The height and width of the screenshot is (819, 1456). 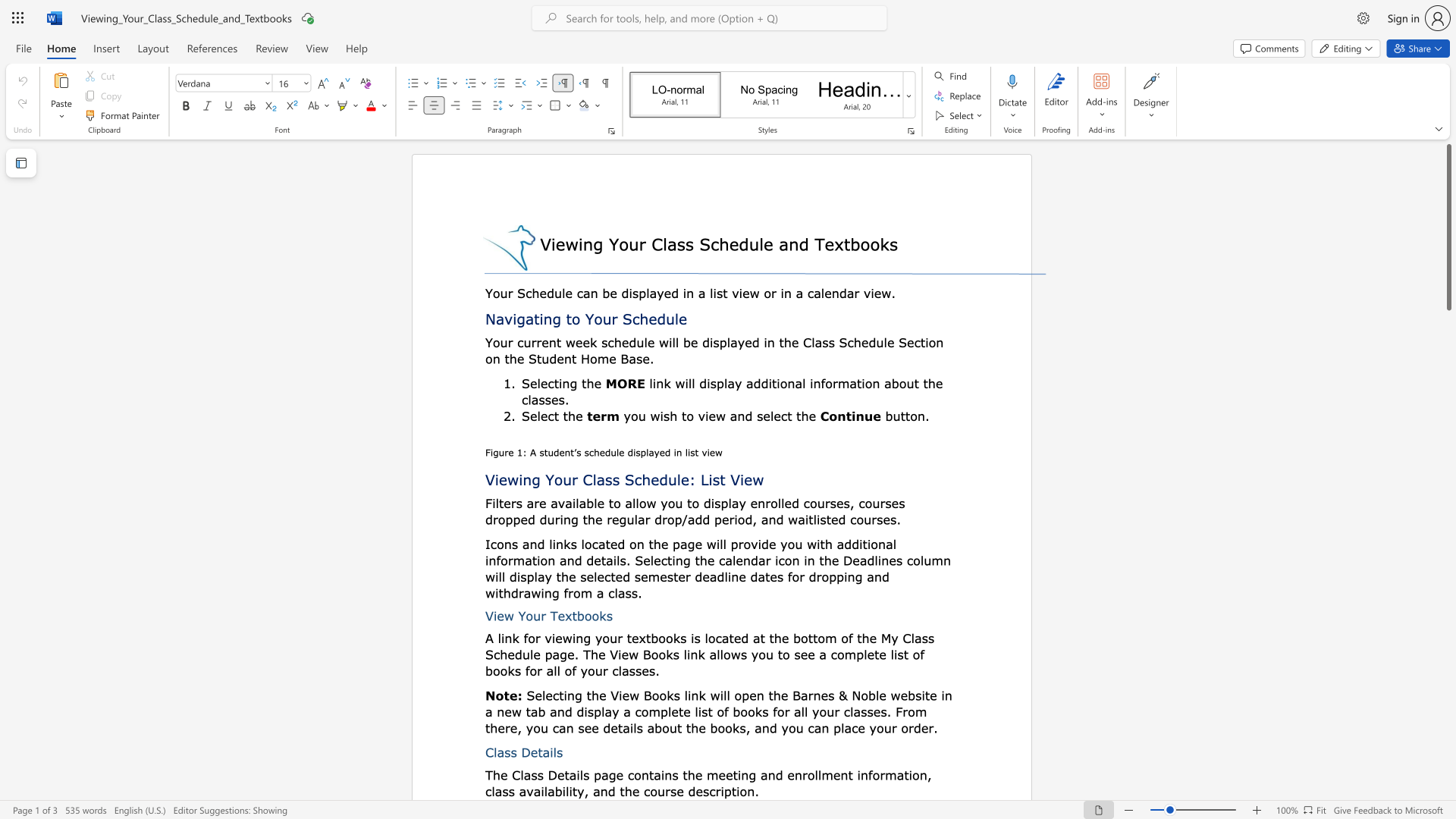 What do you see at coordinates (1448, 780) in the screenshot?
I see `the scrollbar on the side` at bounding box center [1448, 780].